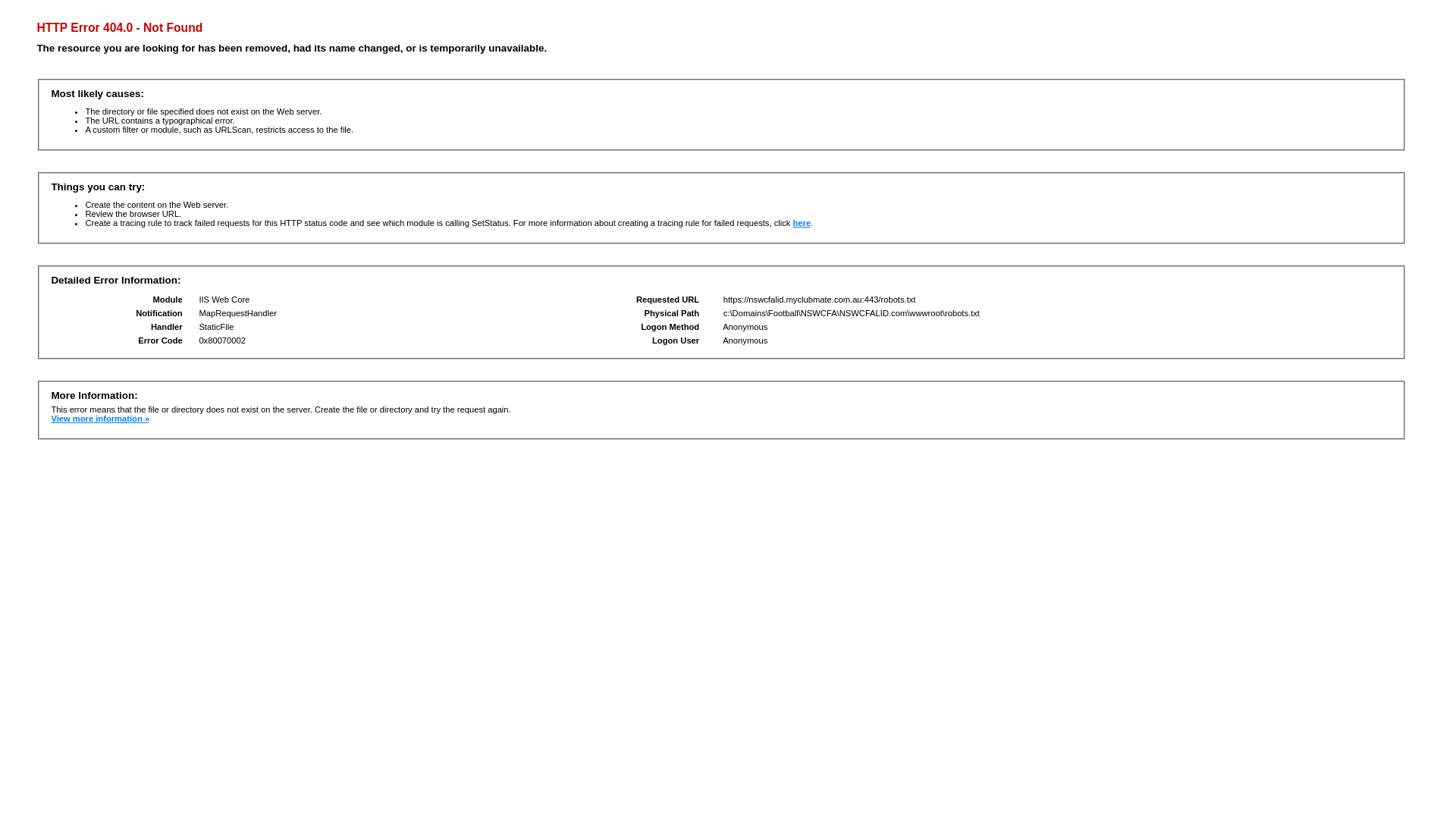 Image resolution: width=1456 pixels, height=819 pixels. Describe the element at coordinates (801, 222) in the screenshot. I see `'here'` at that location.